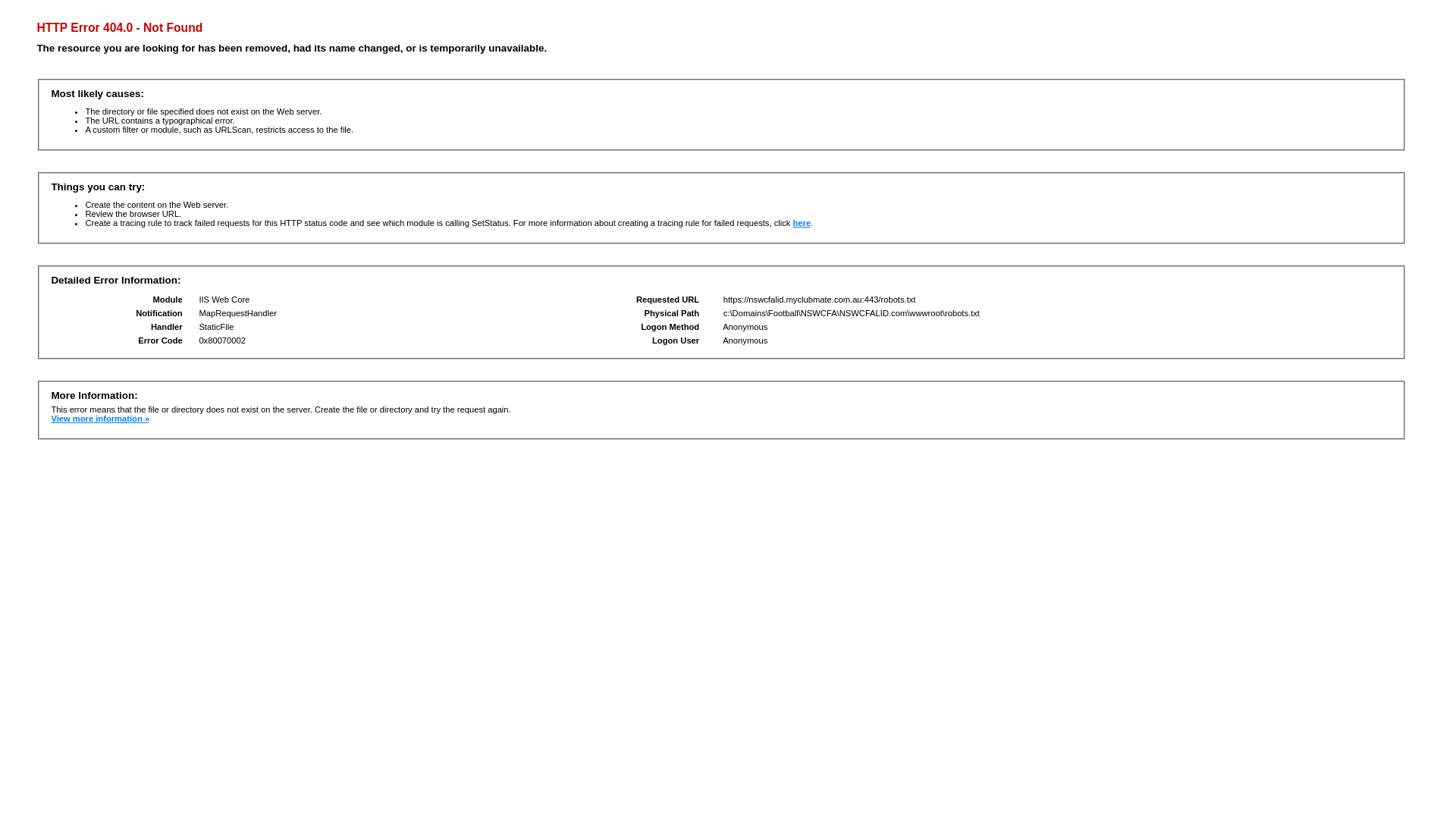 Image resolution: width=1456 pixels, height=819 pixels. Describe the element at coordinates (801, 222) in the screenshot. I see `'here'` at that location.